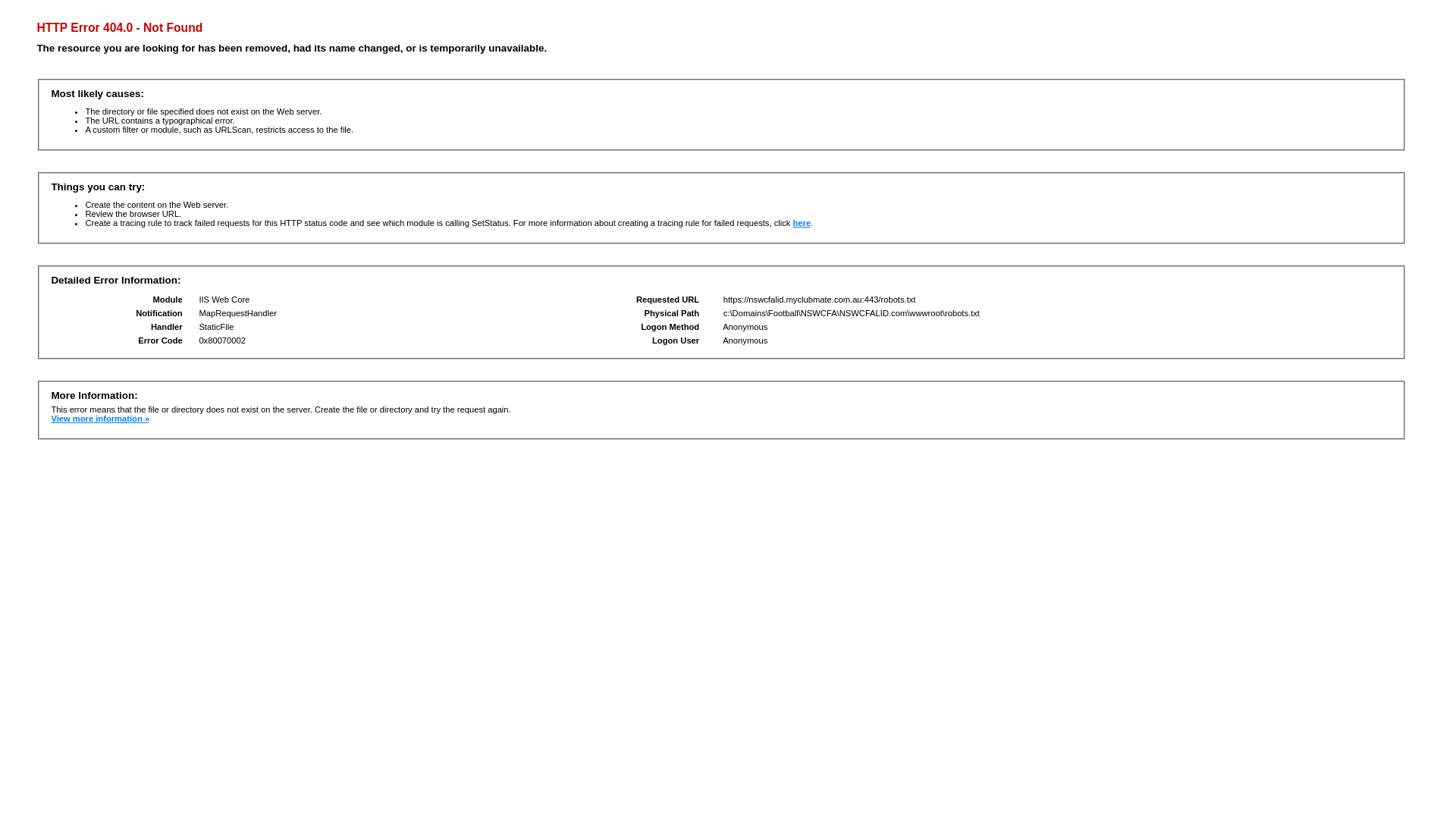 Image resolution: width=1456 pixels, height=819 pixels. Describe the element at coordinates (801, 222) in the screenshot. I see `'here'` at that location.